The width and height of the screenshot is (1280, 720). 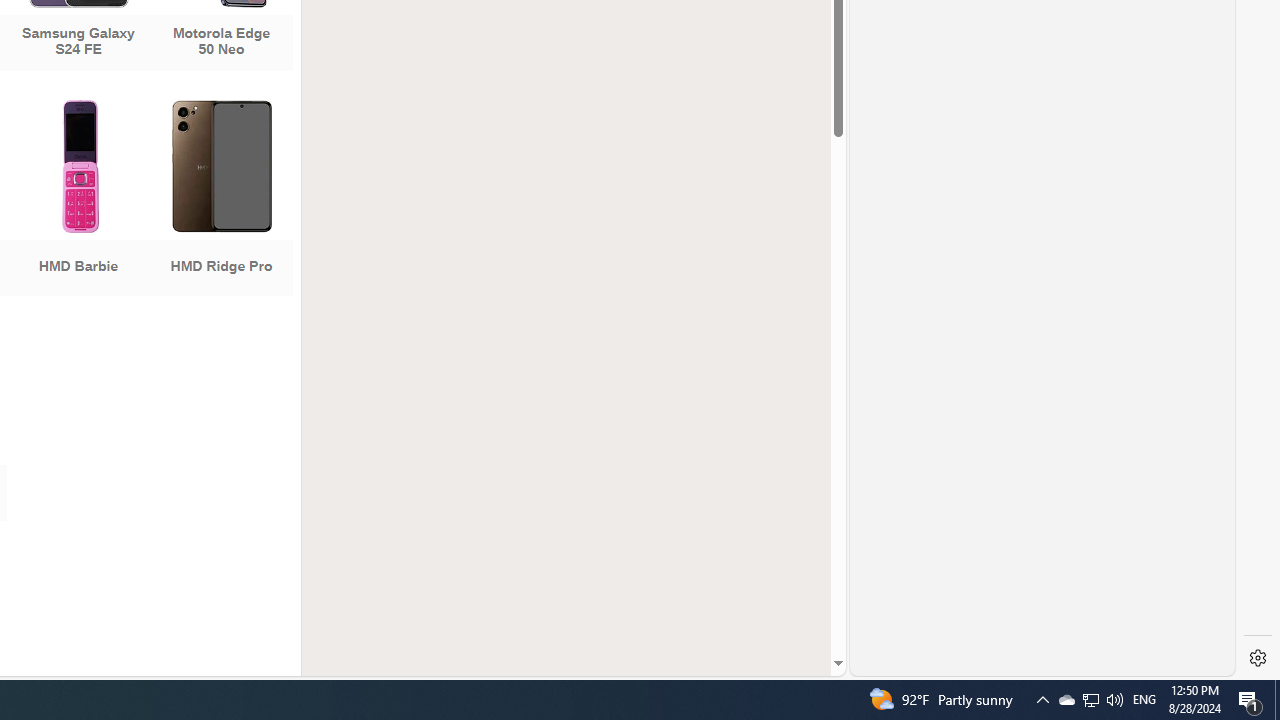 What do you see at coordinates (1257, 658) in the screenshot?
I see `'Settings'` at bounding box center [1257, 658].